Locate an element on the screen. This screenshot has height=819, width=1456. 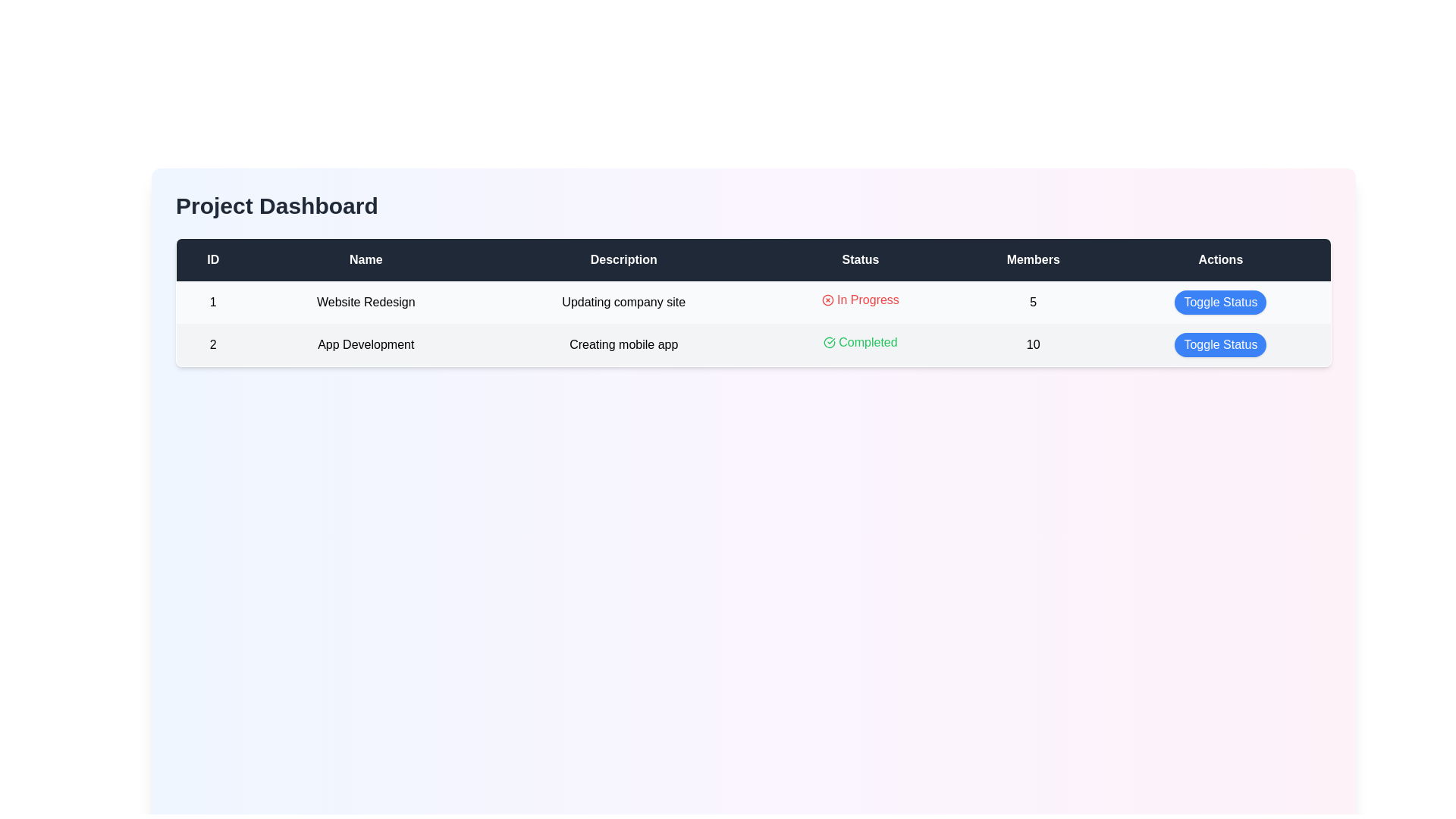
the 'Name' column header text label in the table, which is the second header located between the 'ID' and 'Description' headers is located at coordinates (366, 259).